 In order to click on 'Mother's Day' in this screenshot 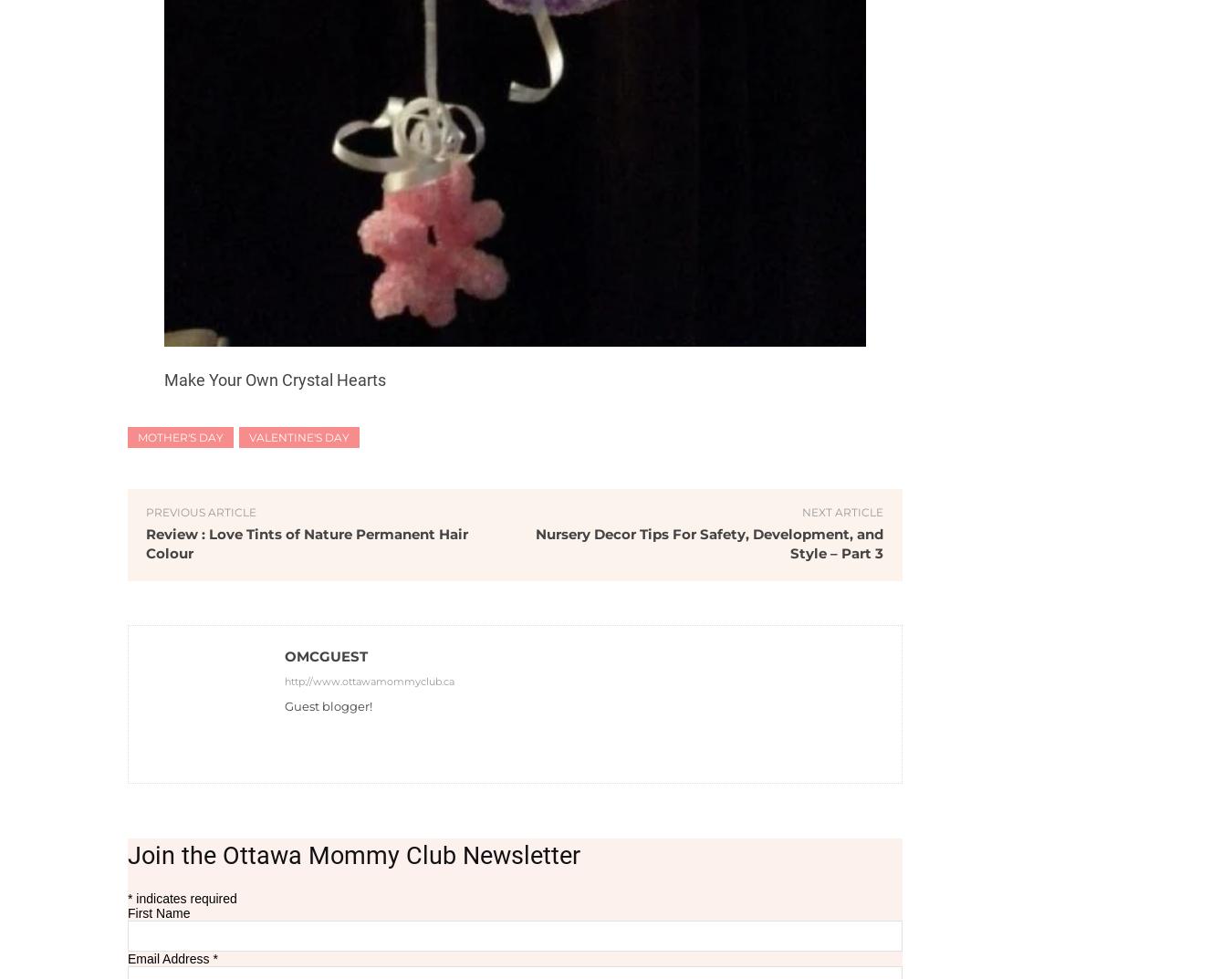, I will do `click(181, 435)`.